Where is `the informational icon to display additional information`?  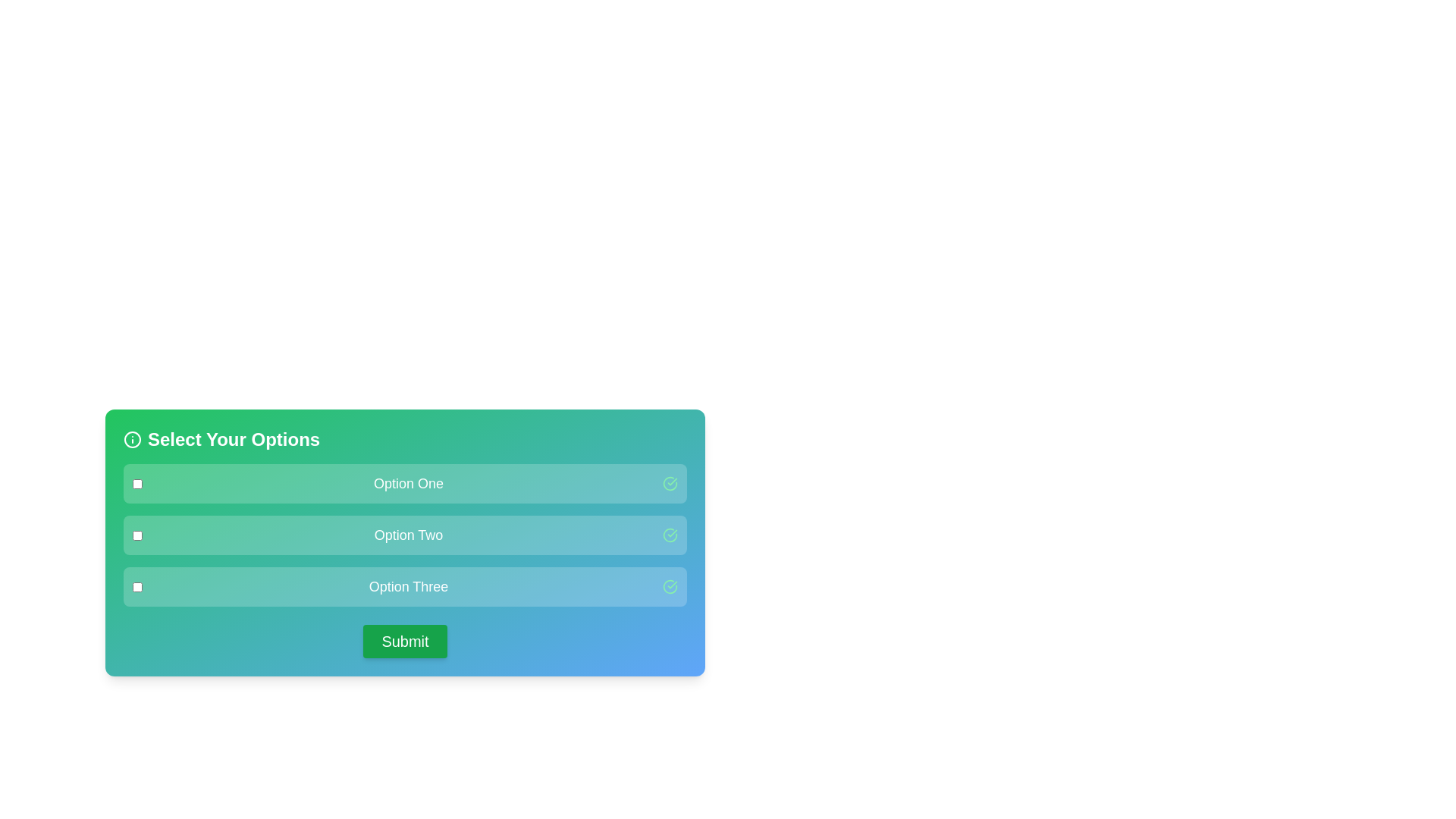
the informational icon to display additional information is located at coordinates (132, 439).